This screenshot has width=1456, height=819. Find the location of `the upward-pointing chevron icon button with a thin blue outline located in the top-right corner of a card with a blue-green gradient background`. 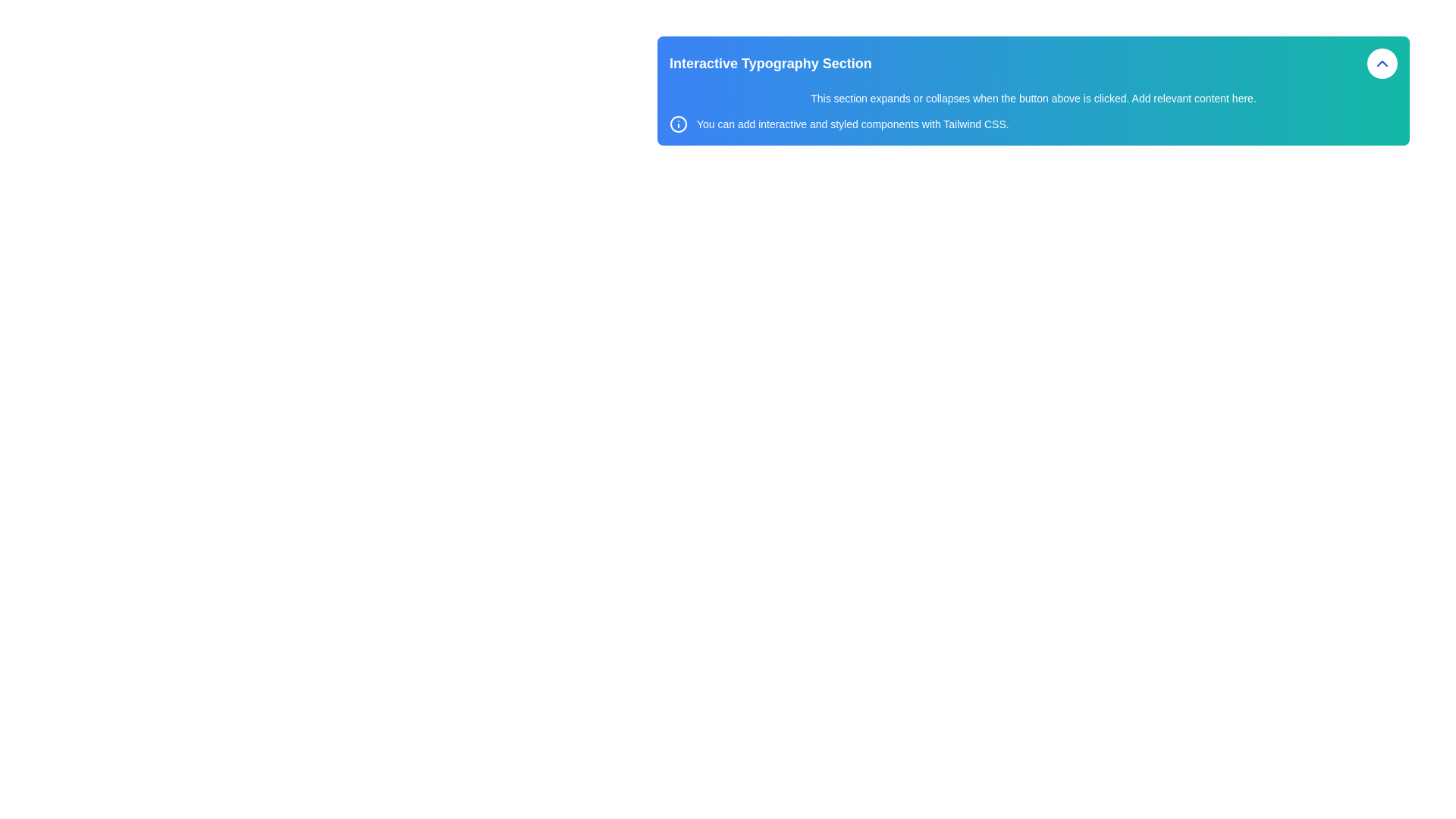

the upward-pointing chevron icon button with a thin blue outline located in the top-right corner of a card with a blue-green gradient background is located at coordinates (1382, 63).